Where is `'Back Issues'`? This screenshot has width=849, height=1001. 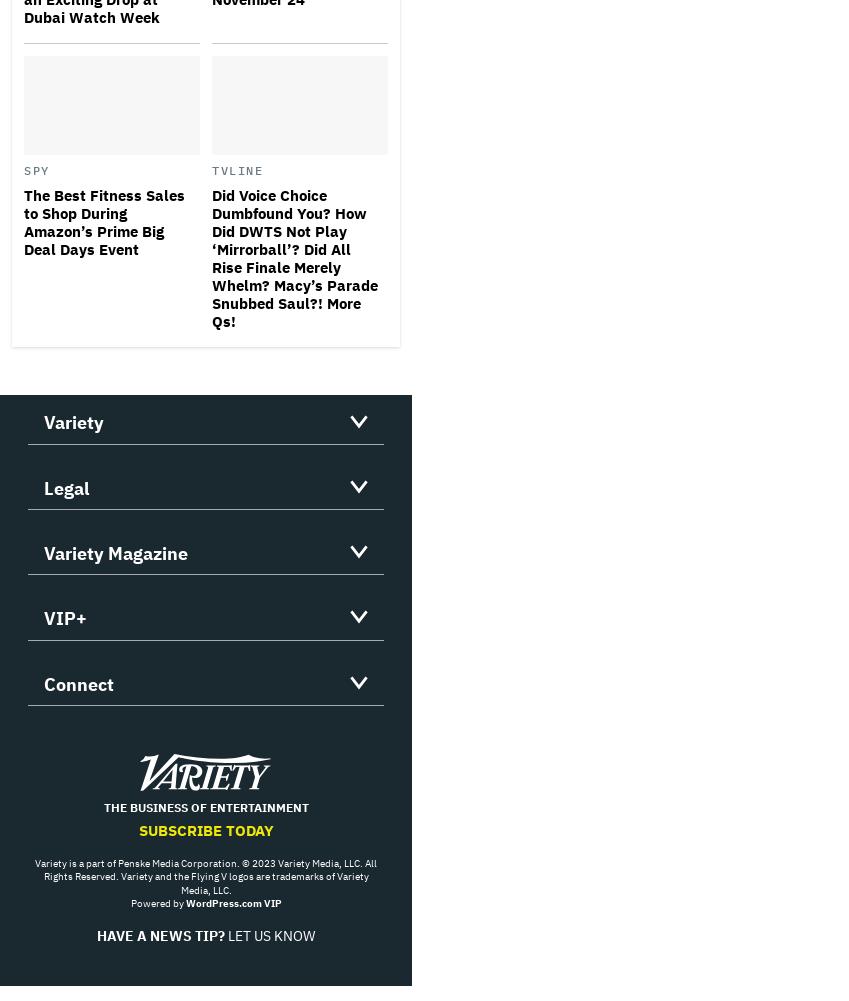 'Back Issues' is located at coordinates (42, 649).